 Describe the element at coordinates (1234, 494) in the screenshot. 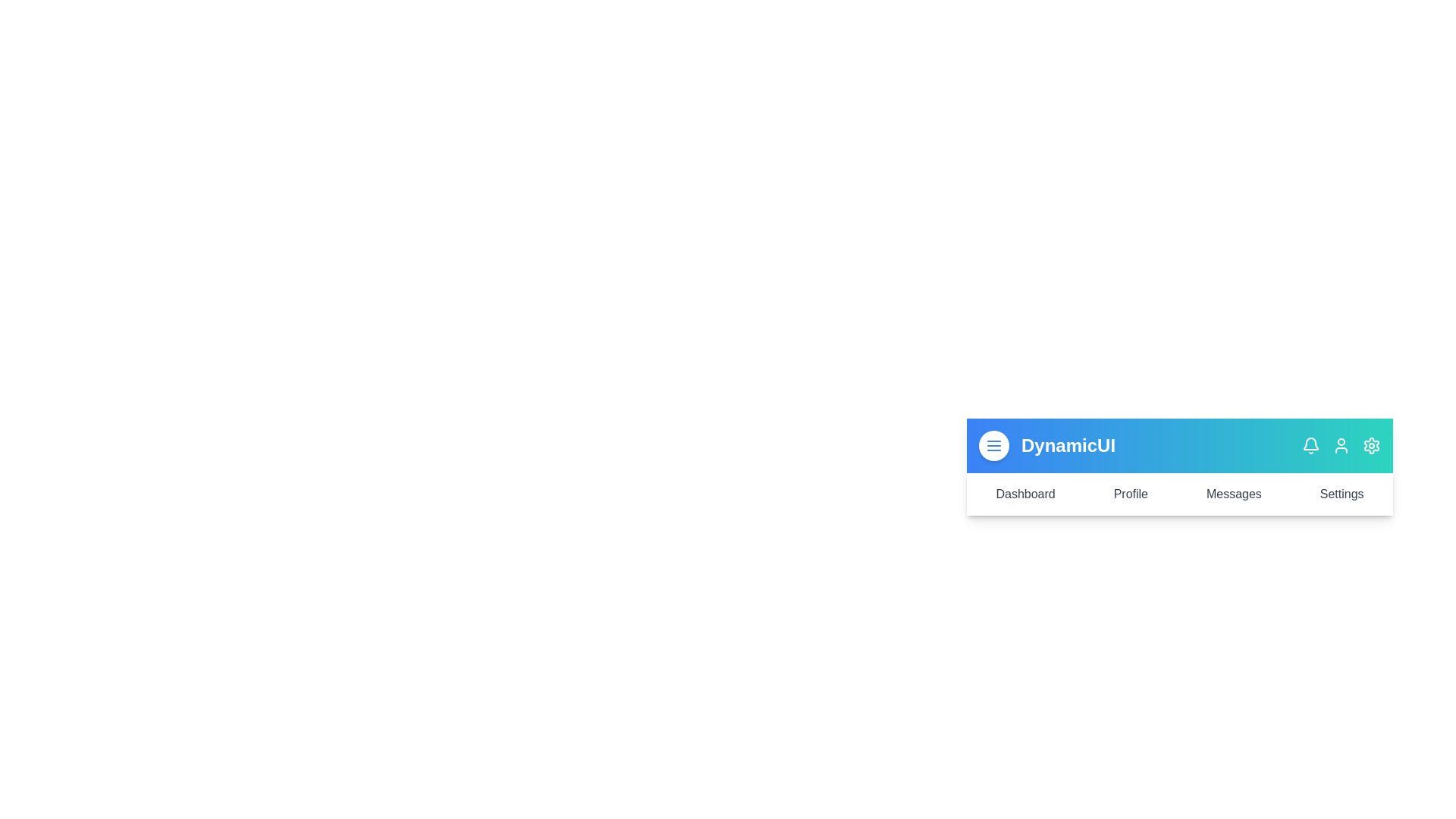

I see `the 'Messages' menu item in the navigation bar` at that location.